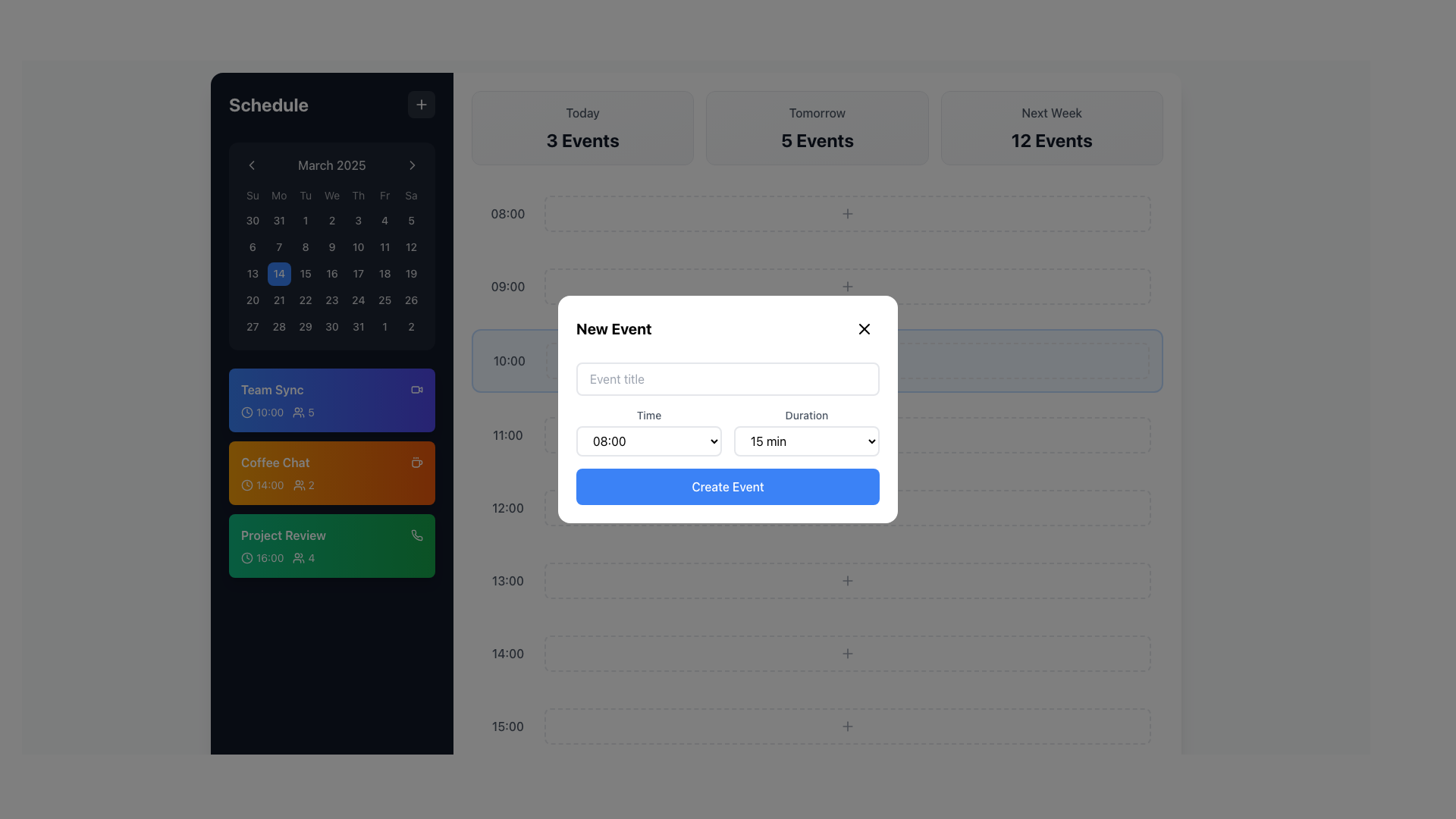 The width and height of the screenshot is (1456, 819). Describe the element at coordinates (279, 274) in the screenshot. I see `the button representing the 14th day of the calendar month` at that location.